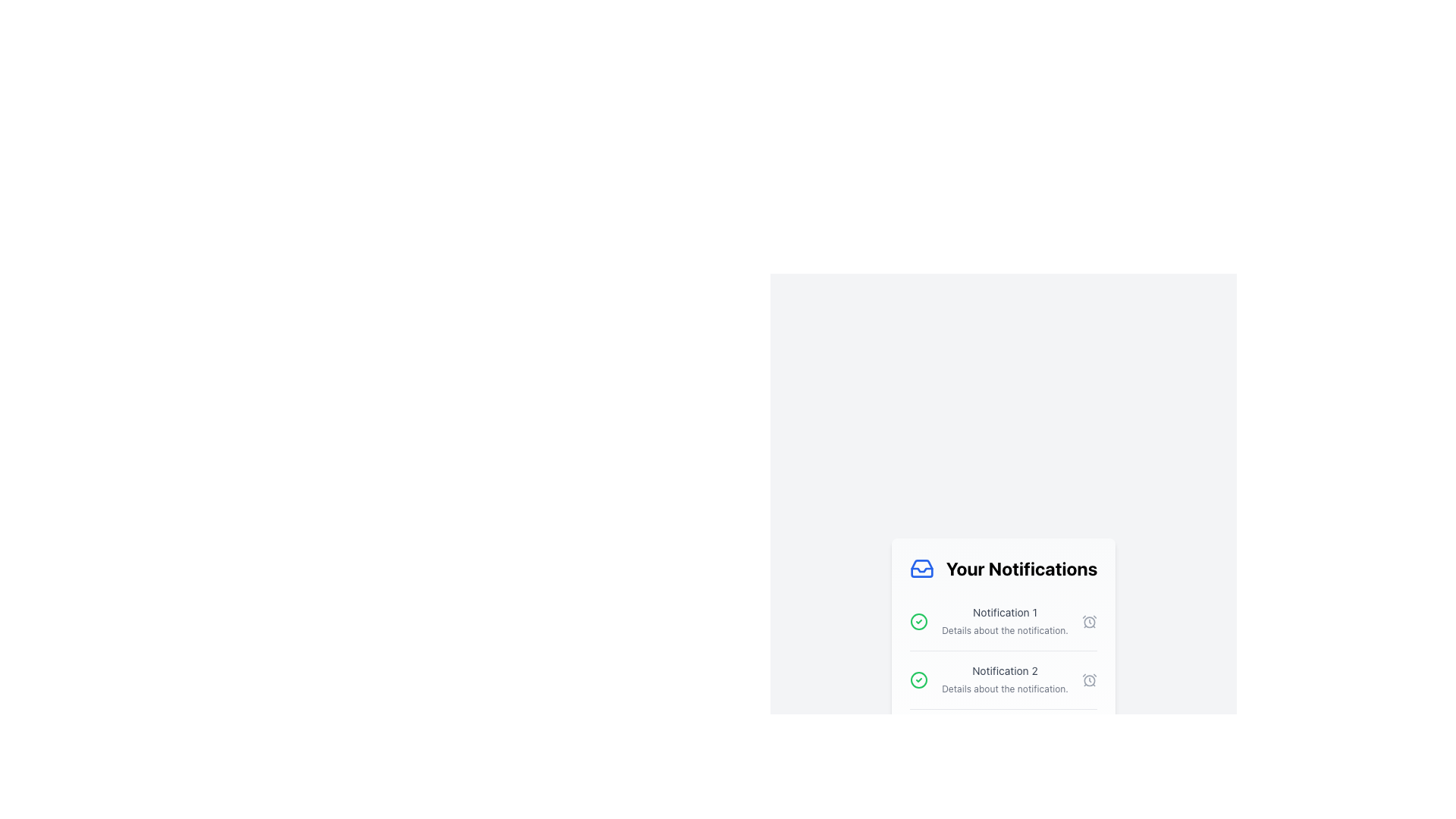  What do you see at coordinates (1089, 622) in the screenshot?
I see `the status or action indicator icon located to the right of the 'Notification 1' section in the list of notifications` at bounding box center [1089, 622].